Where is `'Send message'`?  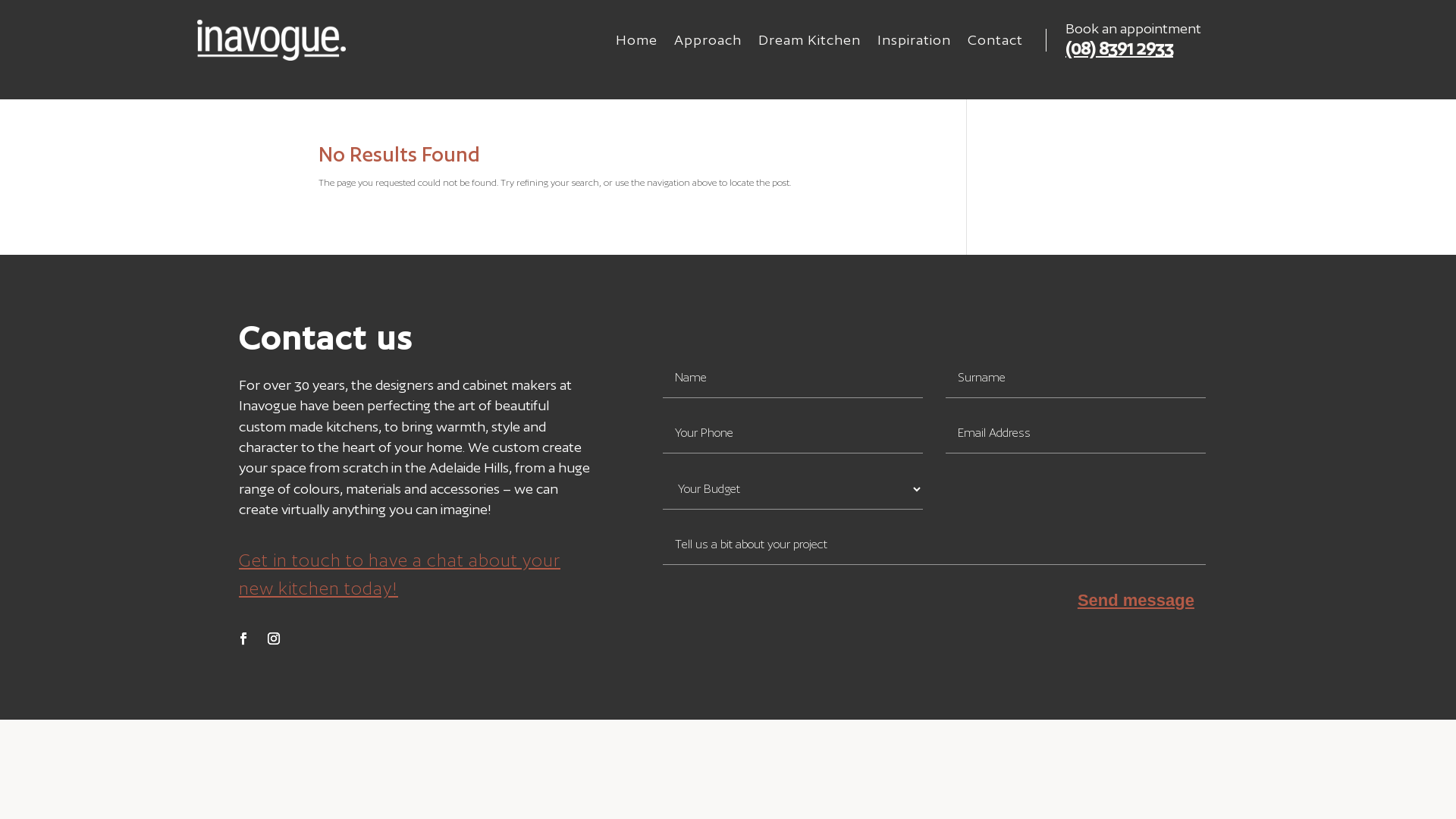
'Send message' is located at coordinates (1135, 599).